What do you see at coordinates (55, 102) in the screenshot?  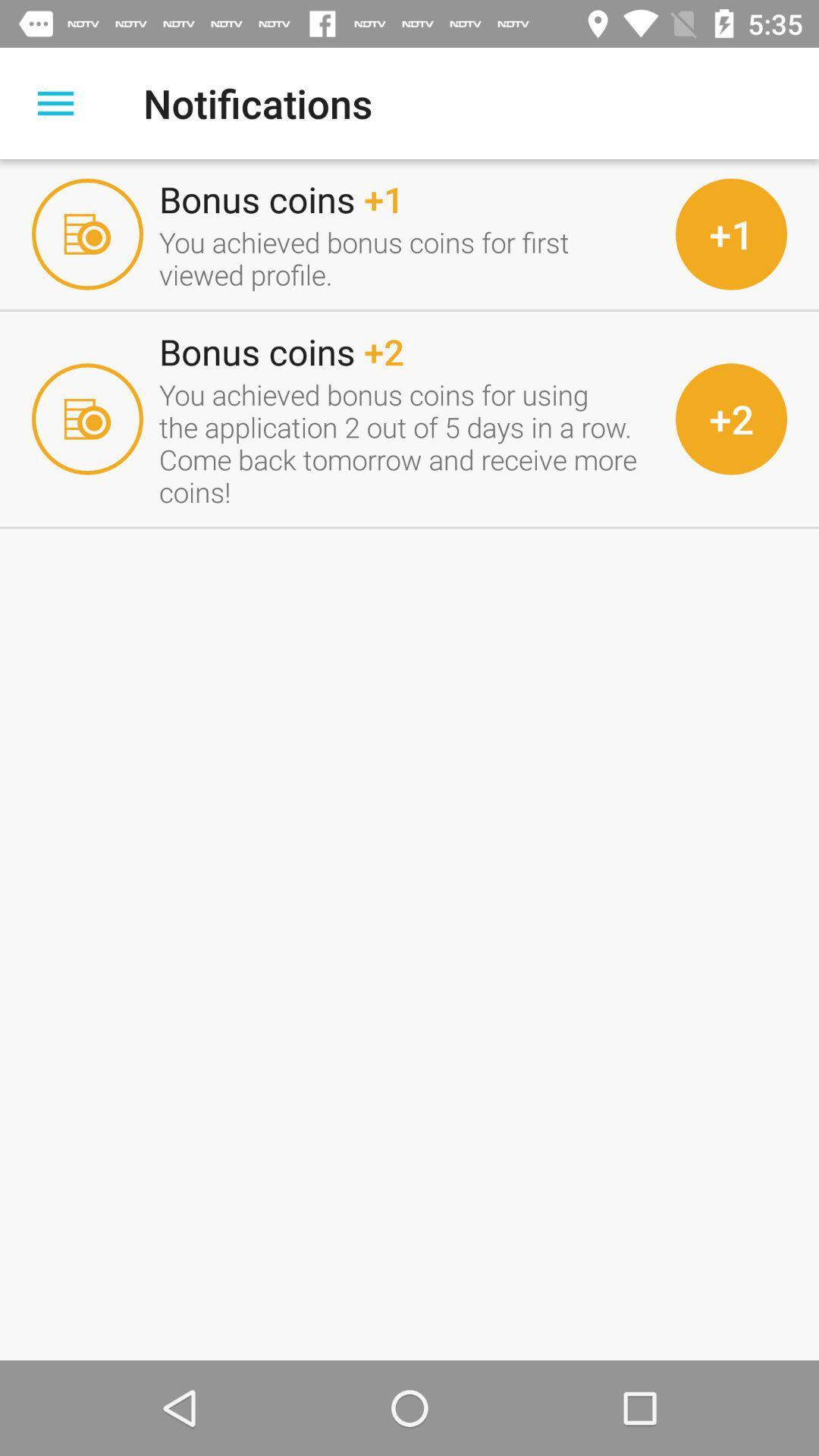 I see `open main menu` at bounding box center [55, 102].